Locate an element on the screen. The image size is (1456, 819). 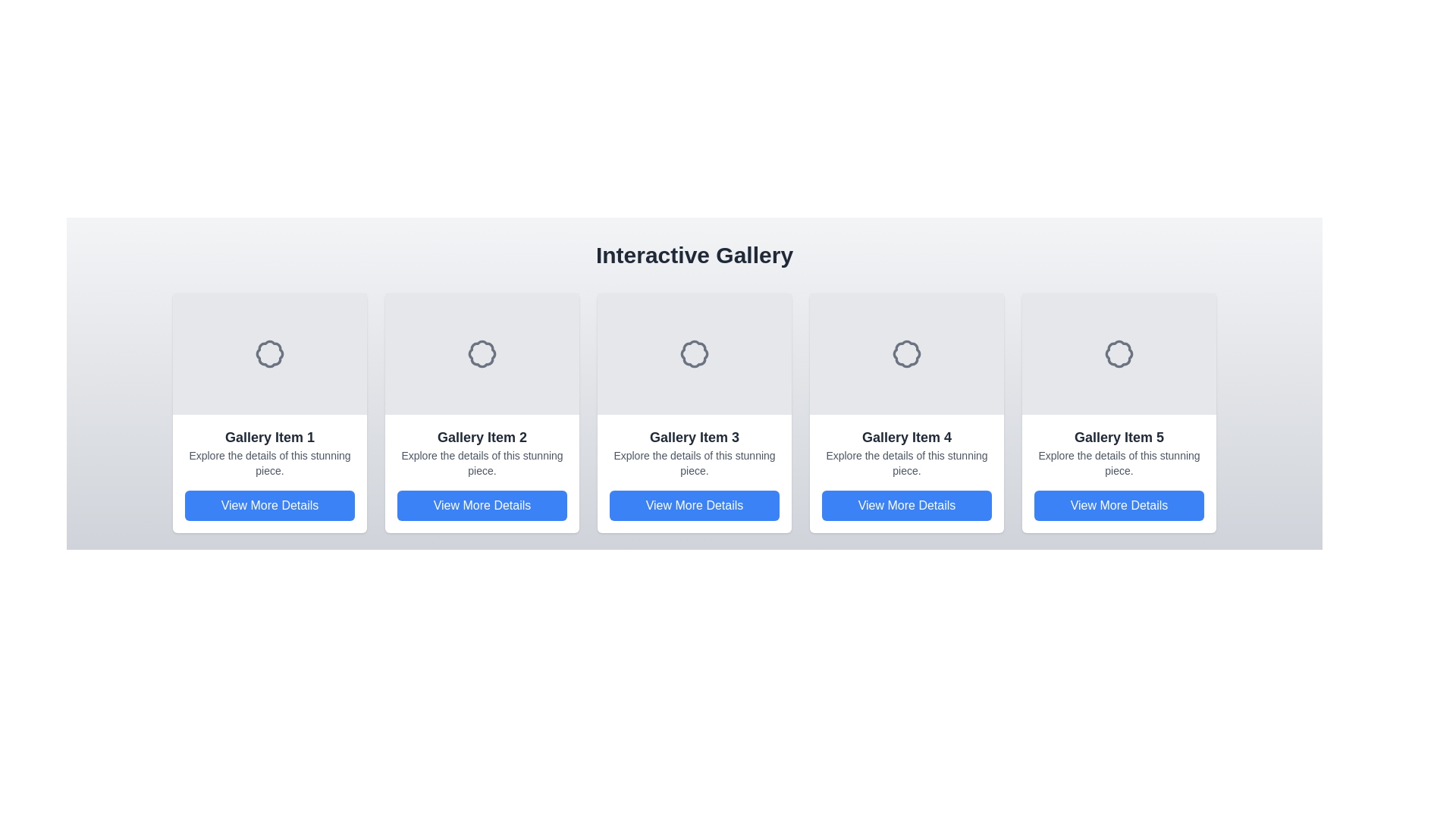
the decorative badge icon located in the third card of the gallery, positioned above 'Gallery Item 3' and below 'Interactive Gallery' is located at coordinates (694, 353).